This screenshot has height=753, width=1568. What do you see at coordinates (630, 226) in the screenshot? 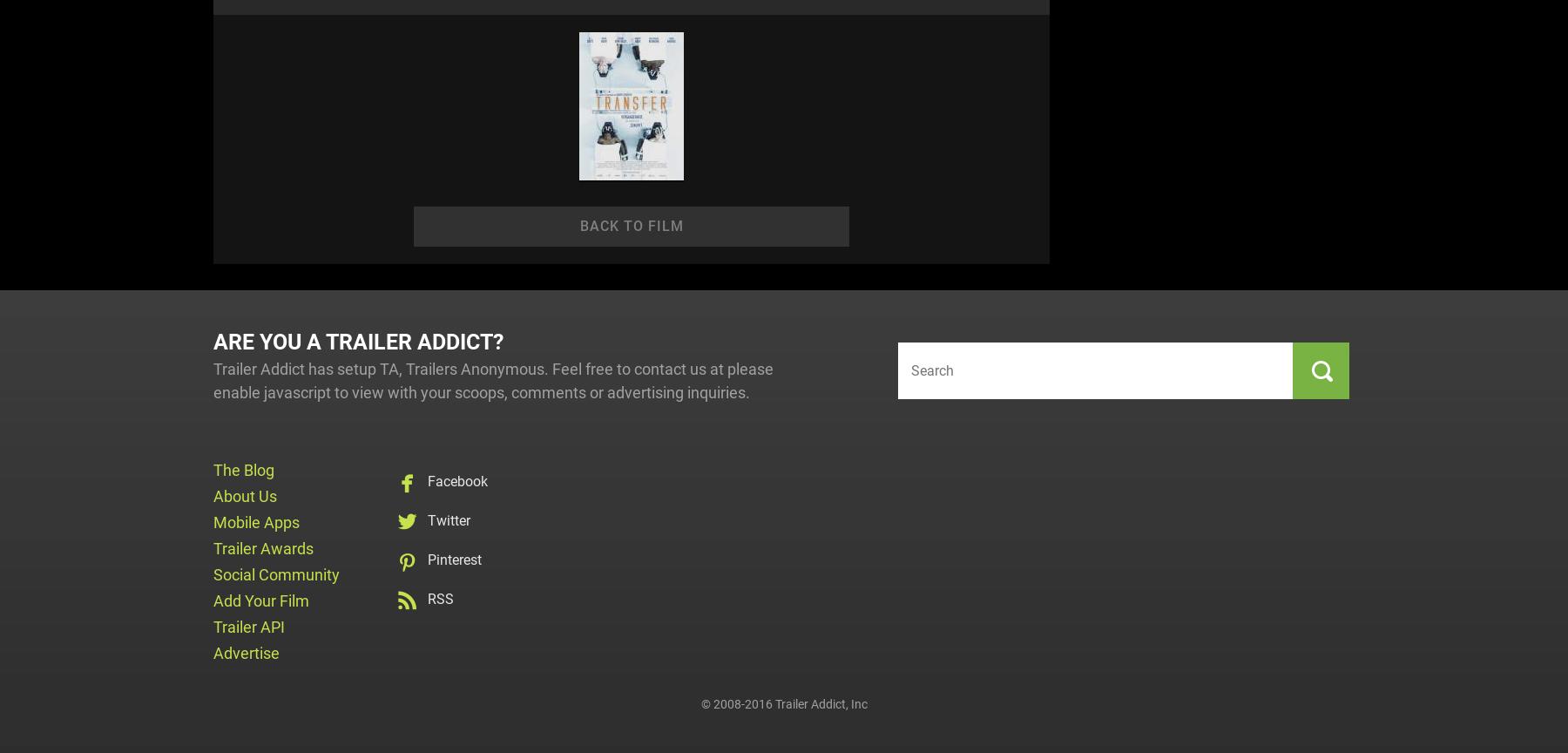
I see `'Back to Film'` at bounding box center [630, 226].